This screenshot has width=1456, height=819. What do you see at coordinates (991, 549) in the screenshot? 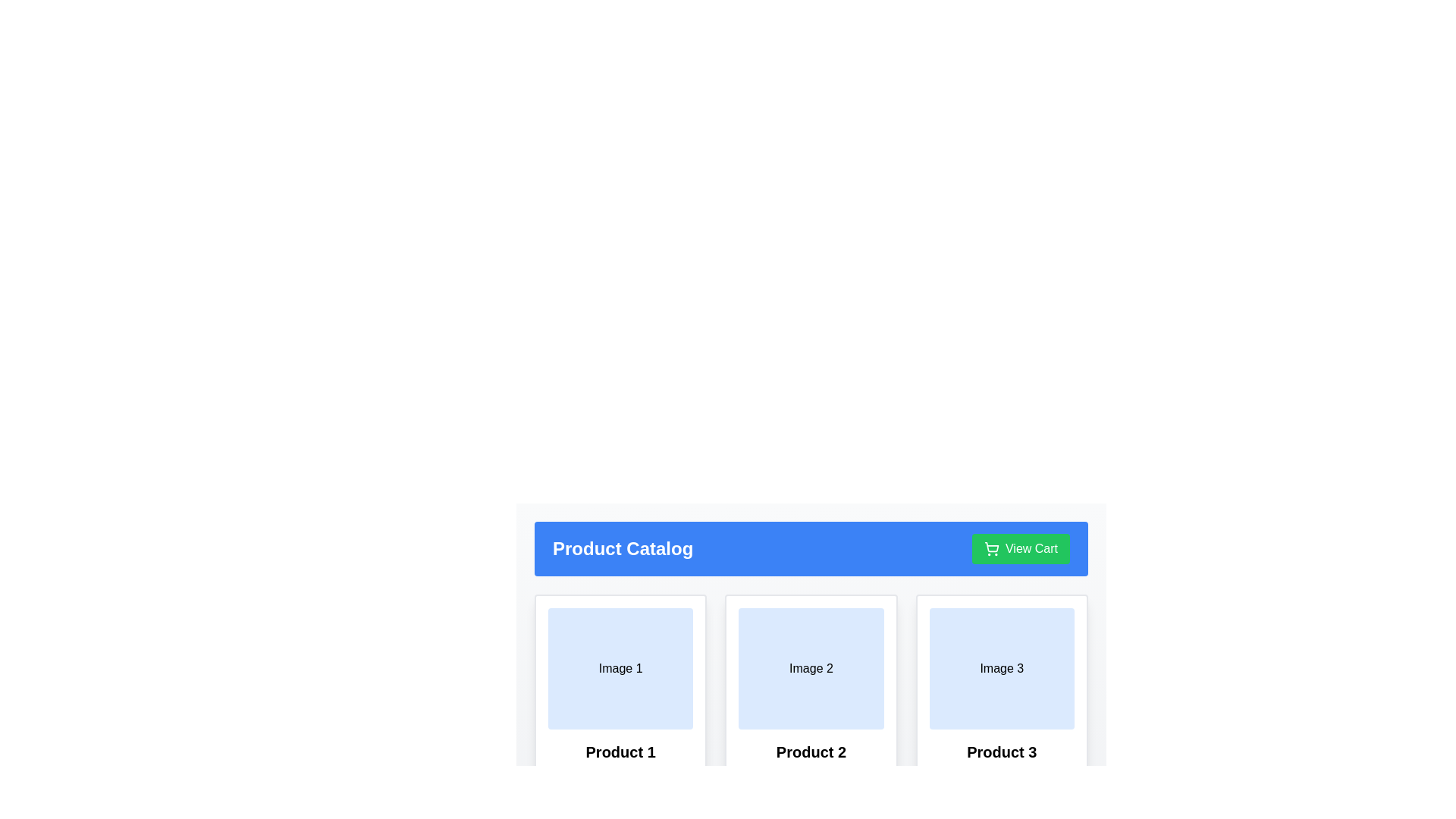
I see `the shopping cart icon located inside the green button next to the 'View Cart' text in the top-right portion of the blue header bar labeled 'Product Catalog'` at bounding box center [991, 549].